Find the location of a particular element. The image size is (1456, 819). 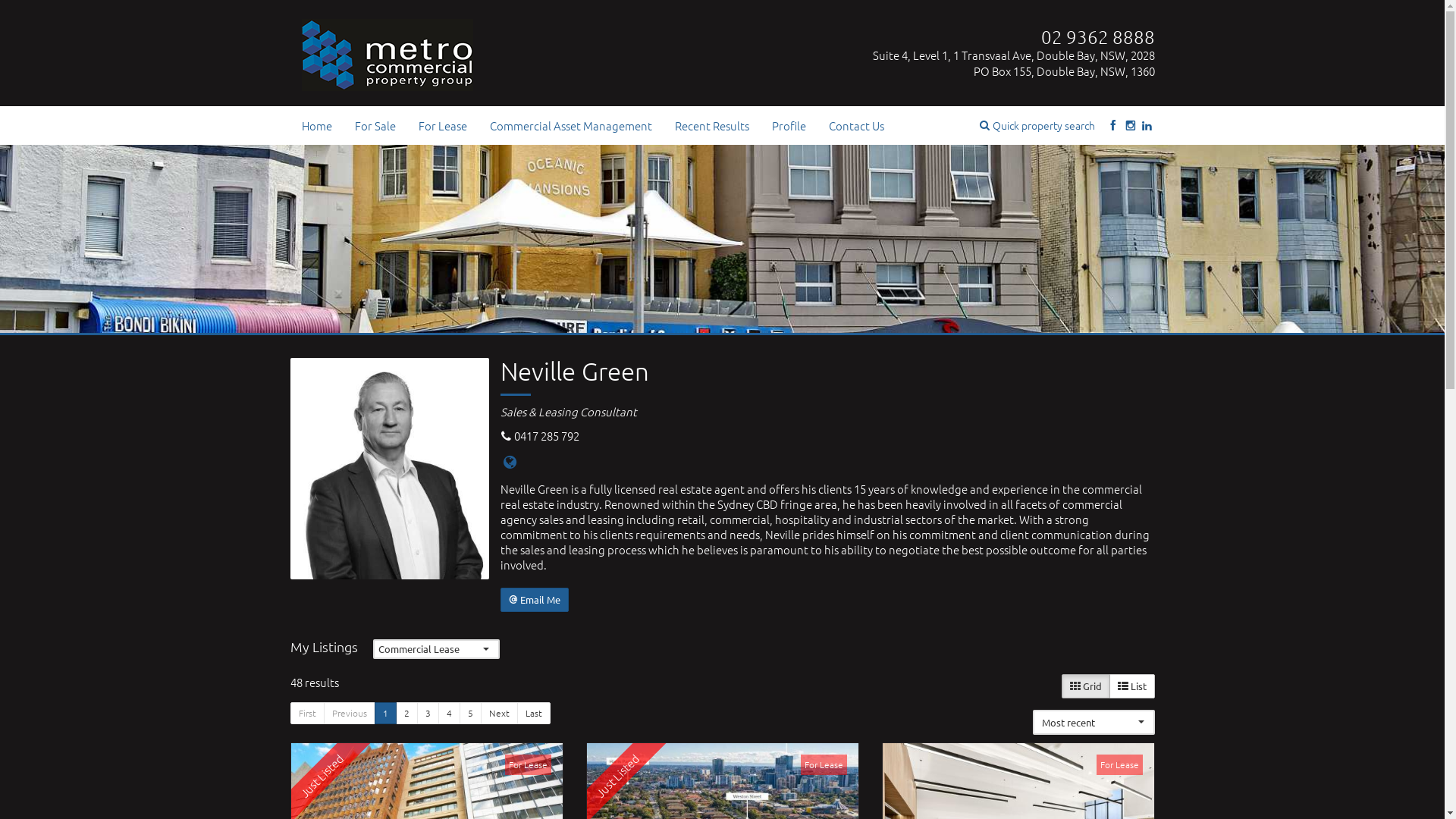

'Commercial Lease is located at coordinates (435, 648).